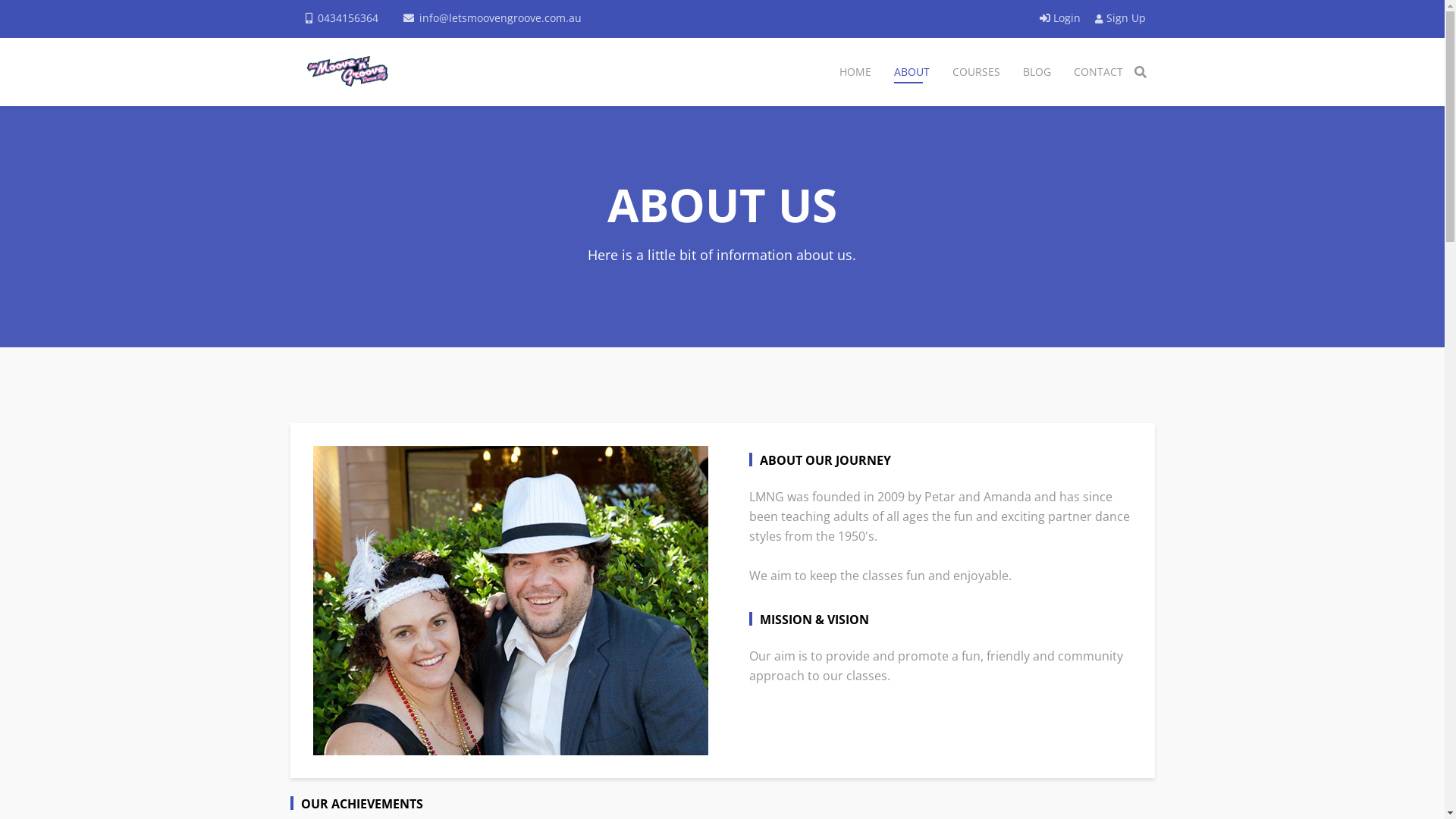 This screenshot has height=819, width=1456. What do you see at coordinates (1036, 72) in the screenshot?
I see `'BLOG'` at bounding box center [1036, 72].